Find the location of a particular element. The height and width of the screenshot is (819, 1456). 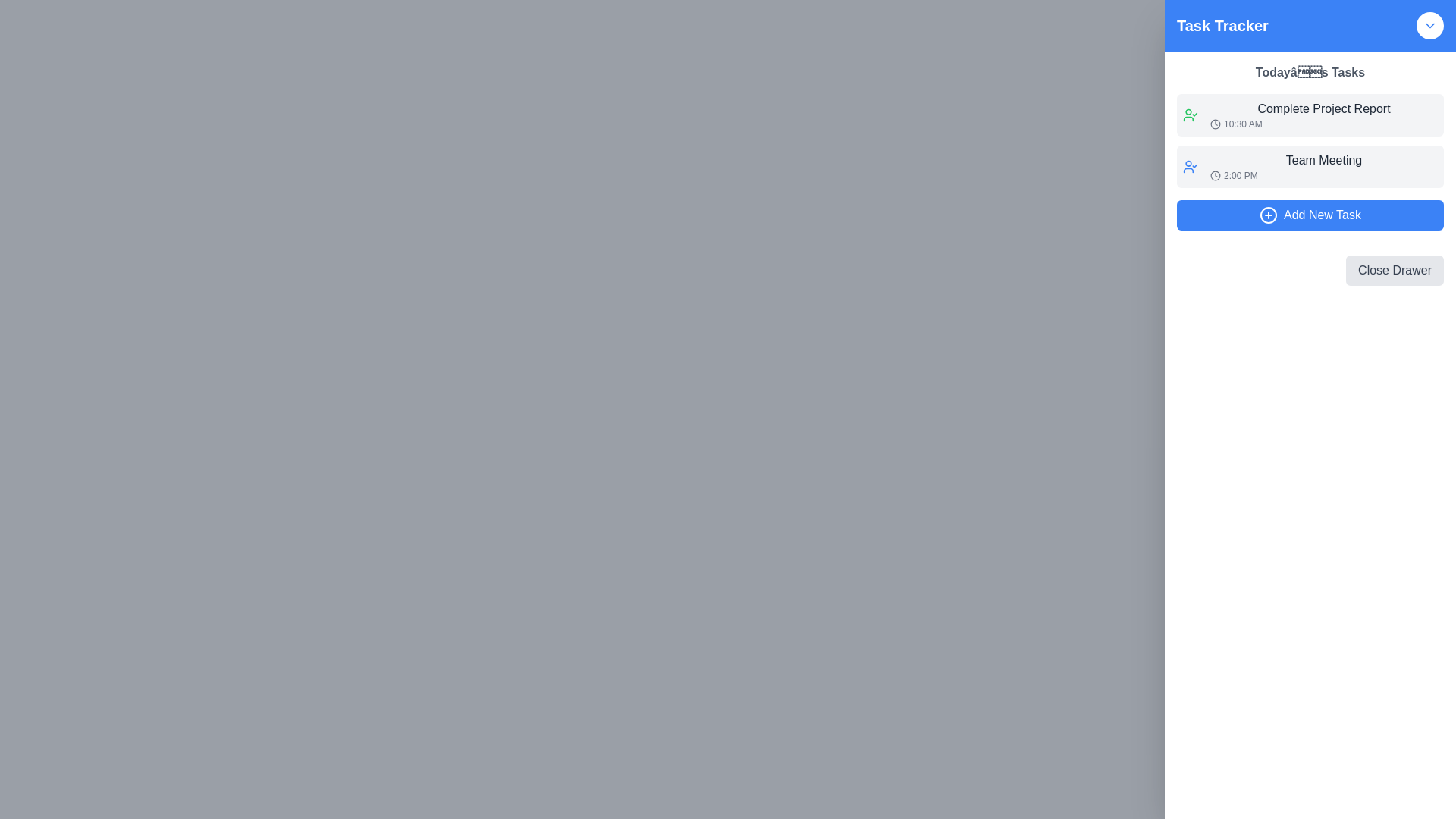

the text area within the button that represents the action of adding a new task to initiate the task creation process is located at coordinates (1321, 215).